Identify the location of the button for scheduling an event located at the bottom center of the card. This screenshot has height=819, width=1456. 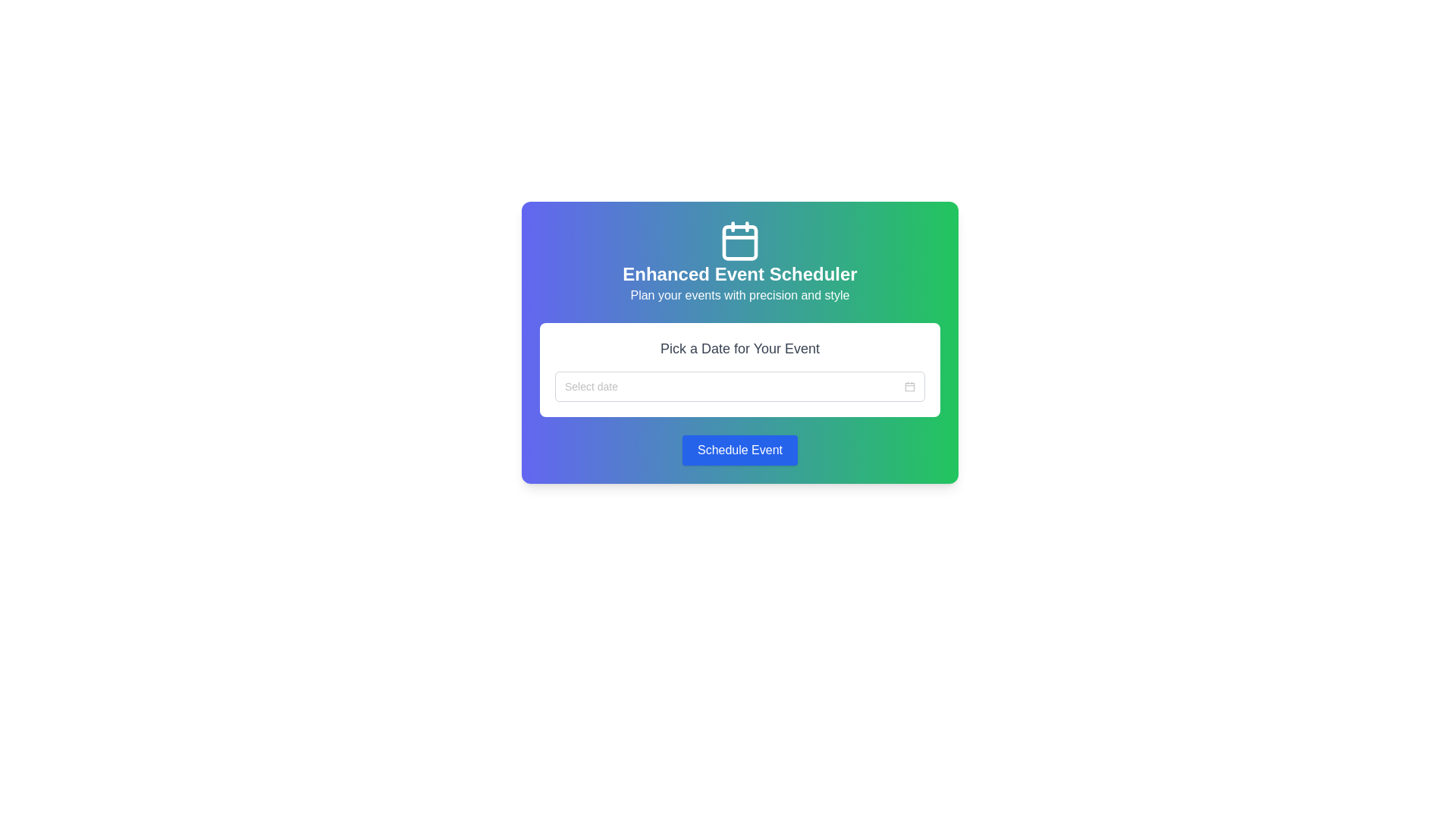
(739, 450).